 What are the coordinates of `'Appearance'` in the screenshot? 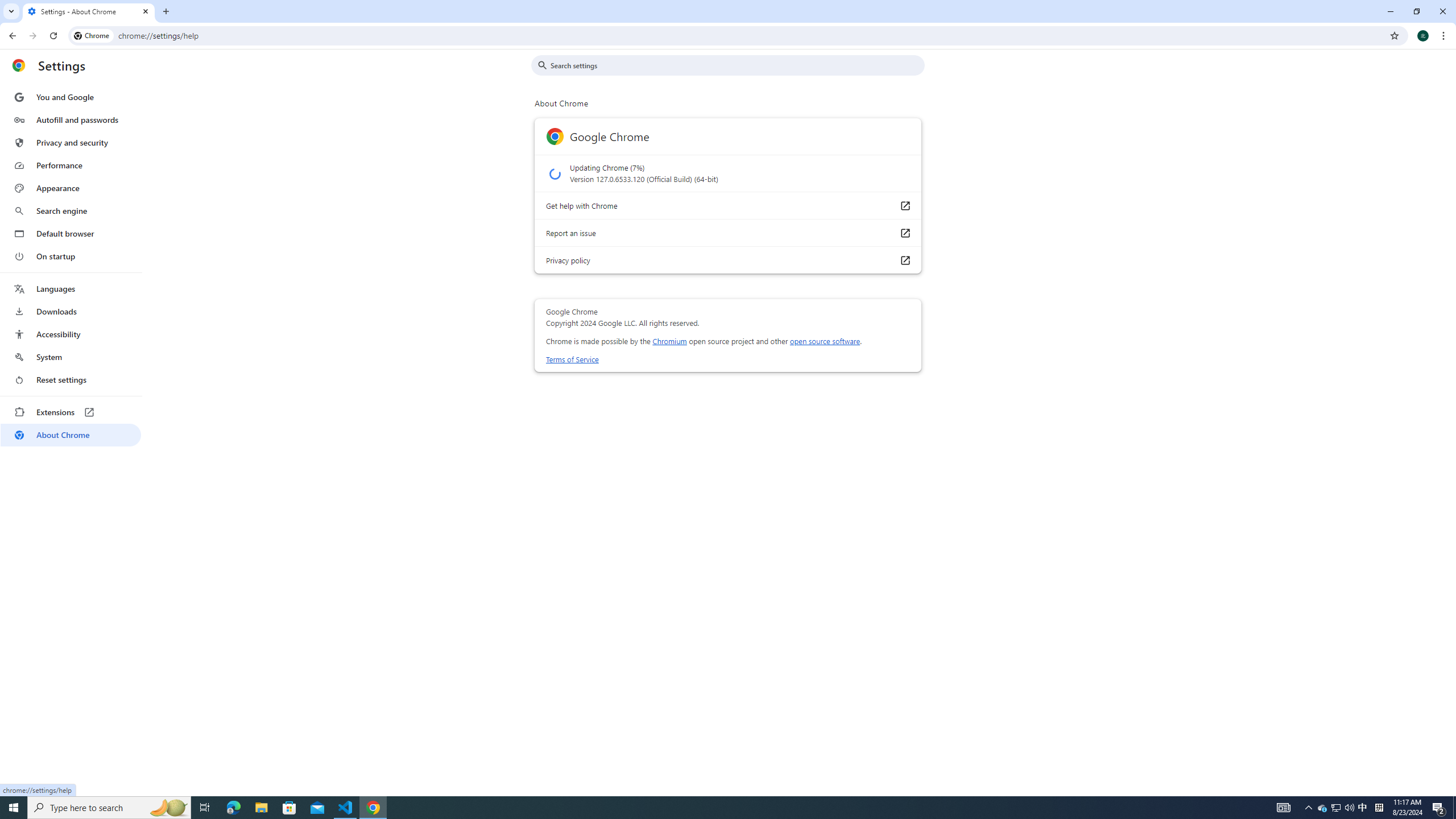 It's located at (70, 188).